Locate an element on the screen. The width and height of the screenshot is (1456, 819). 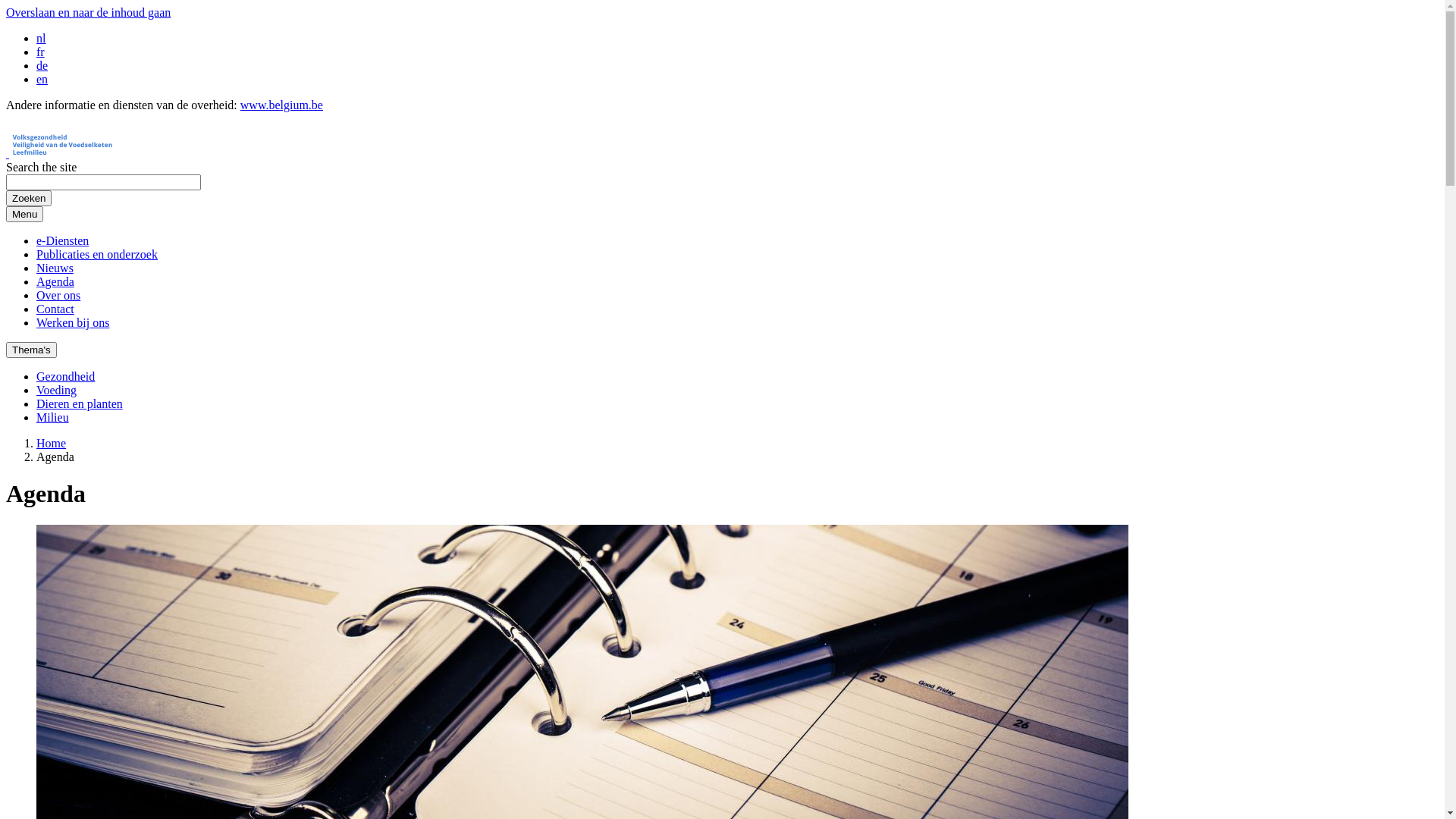
'de' is located at coordinates (42, 64).